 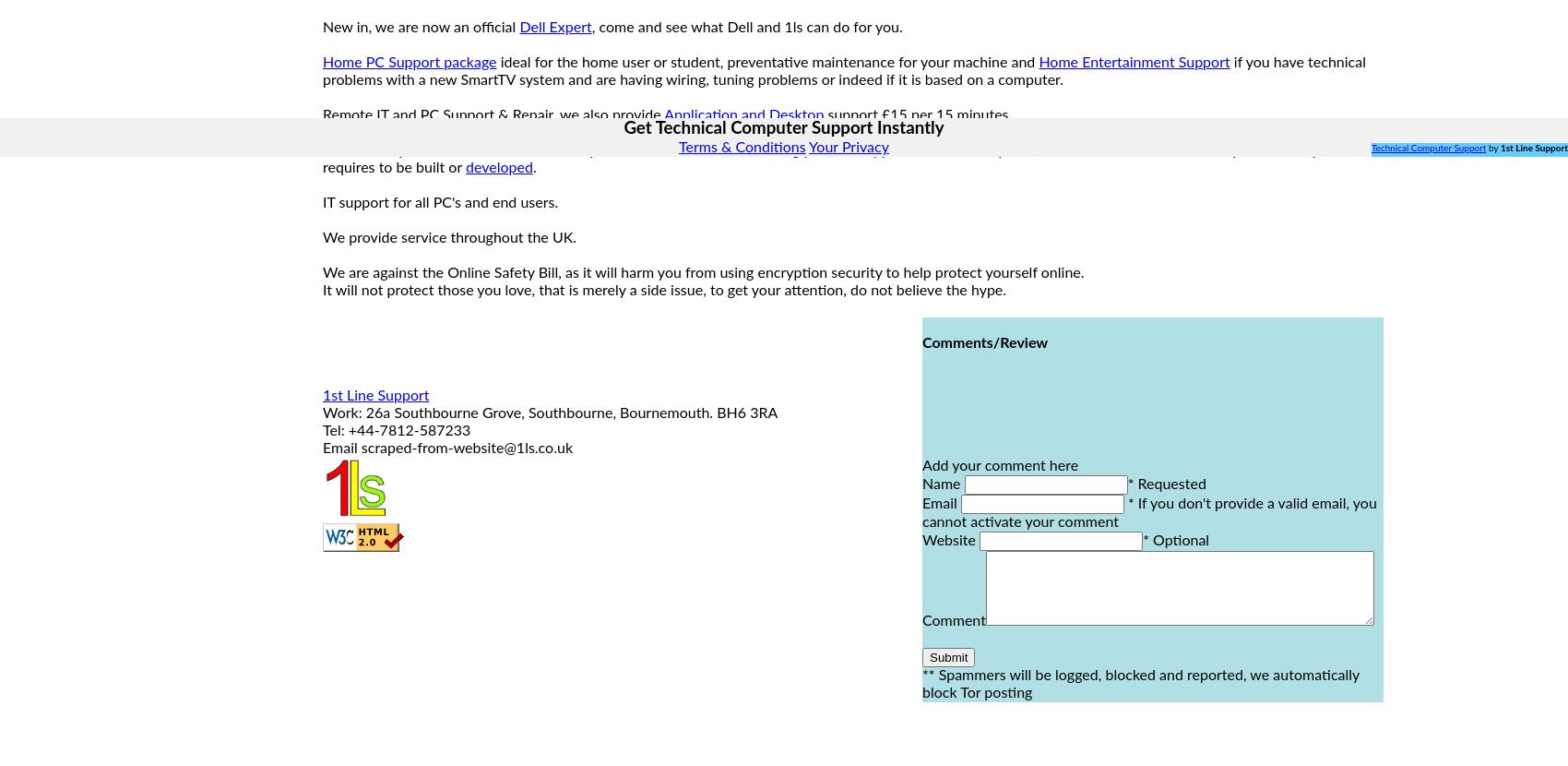 I want to click on '* Optional', so click(x=1176, y=540).